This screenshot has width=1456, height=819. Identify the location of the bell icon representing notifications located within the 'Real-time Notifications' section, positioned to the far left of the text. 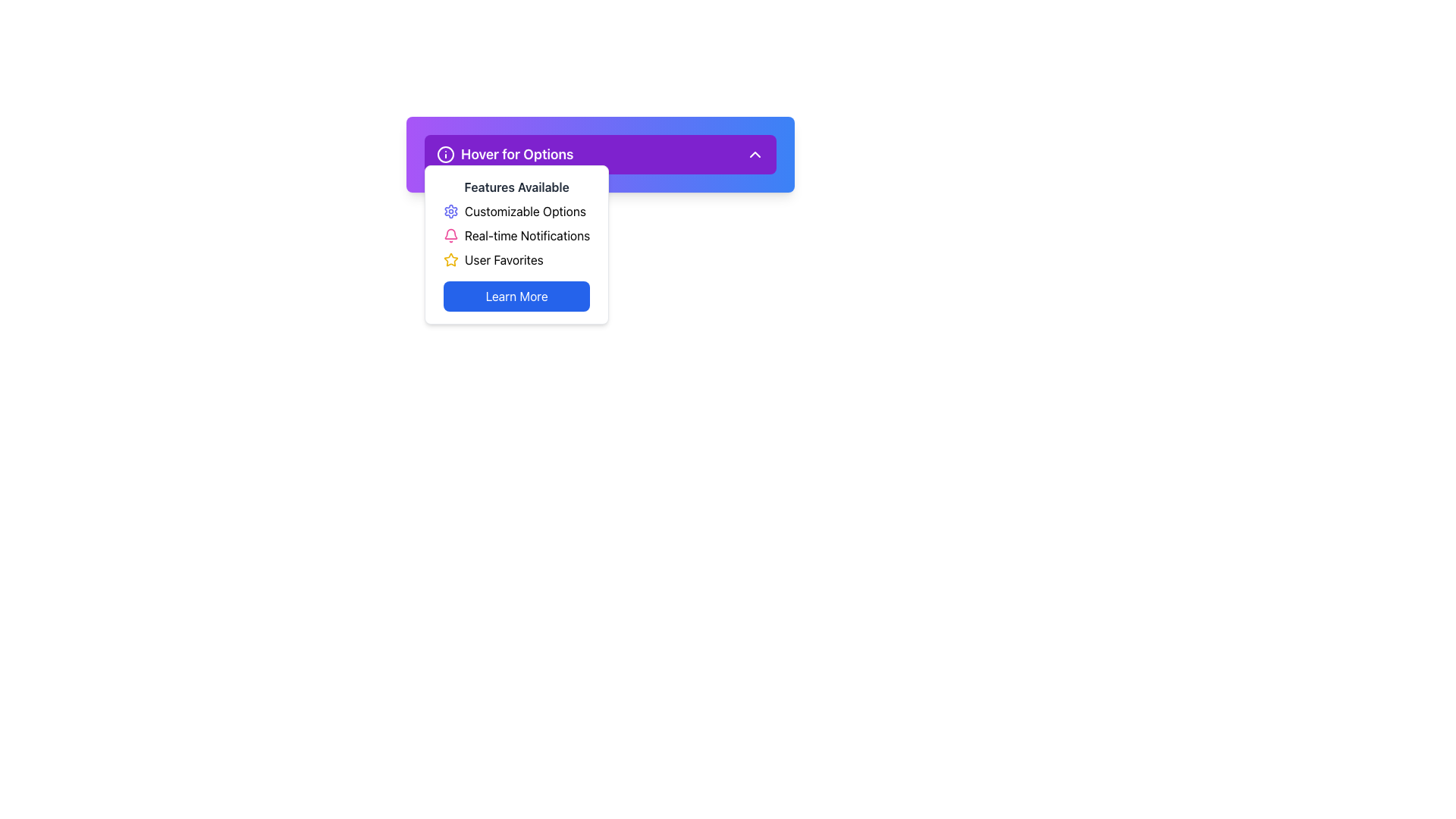
(450, 236).